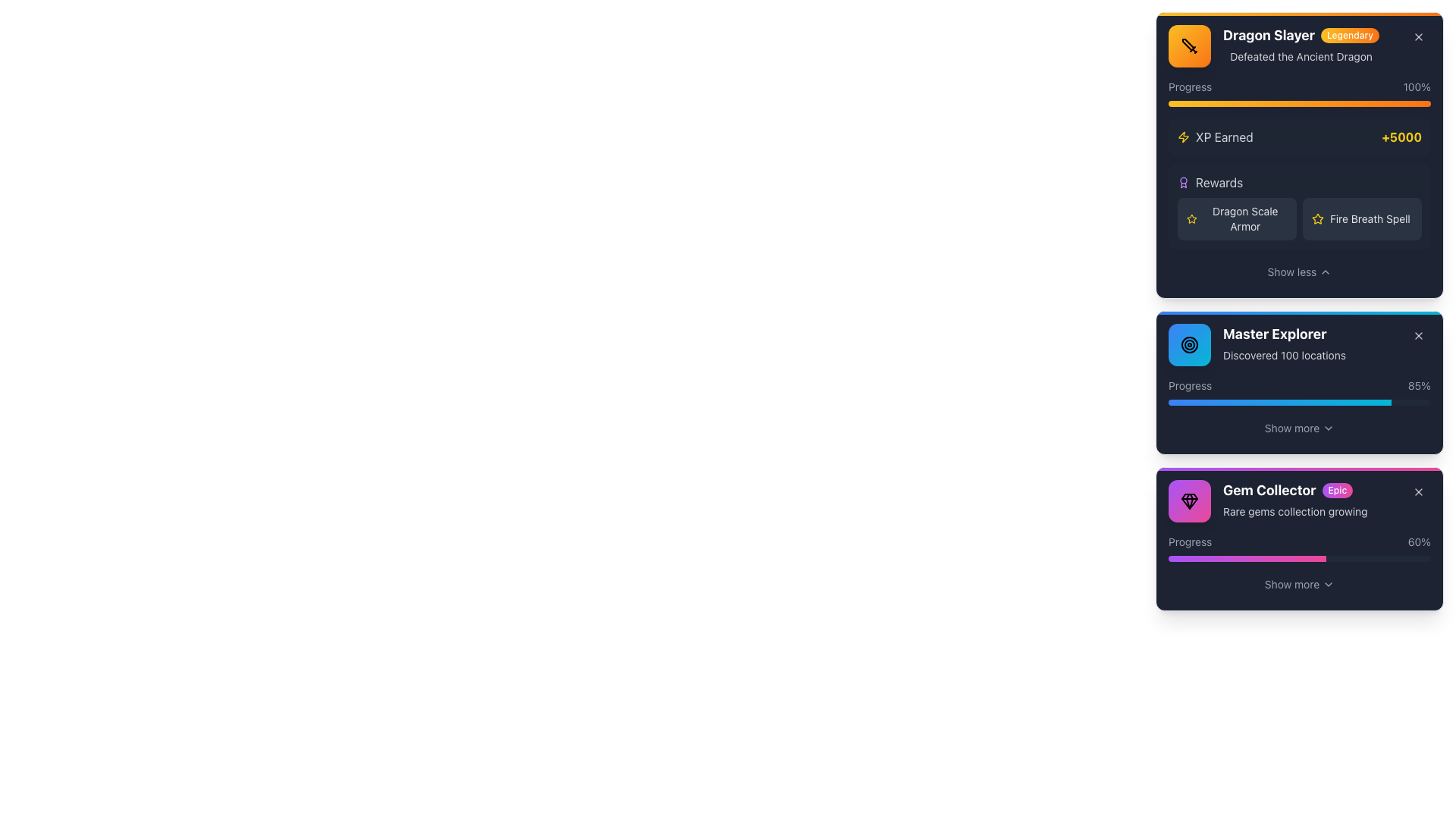 This screenshot has width=1456, height=819. What do you see at coordinates (1189, 558) in the screenshot?
I see `the progress value` at bounding box center [1189, 558].